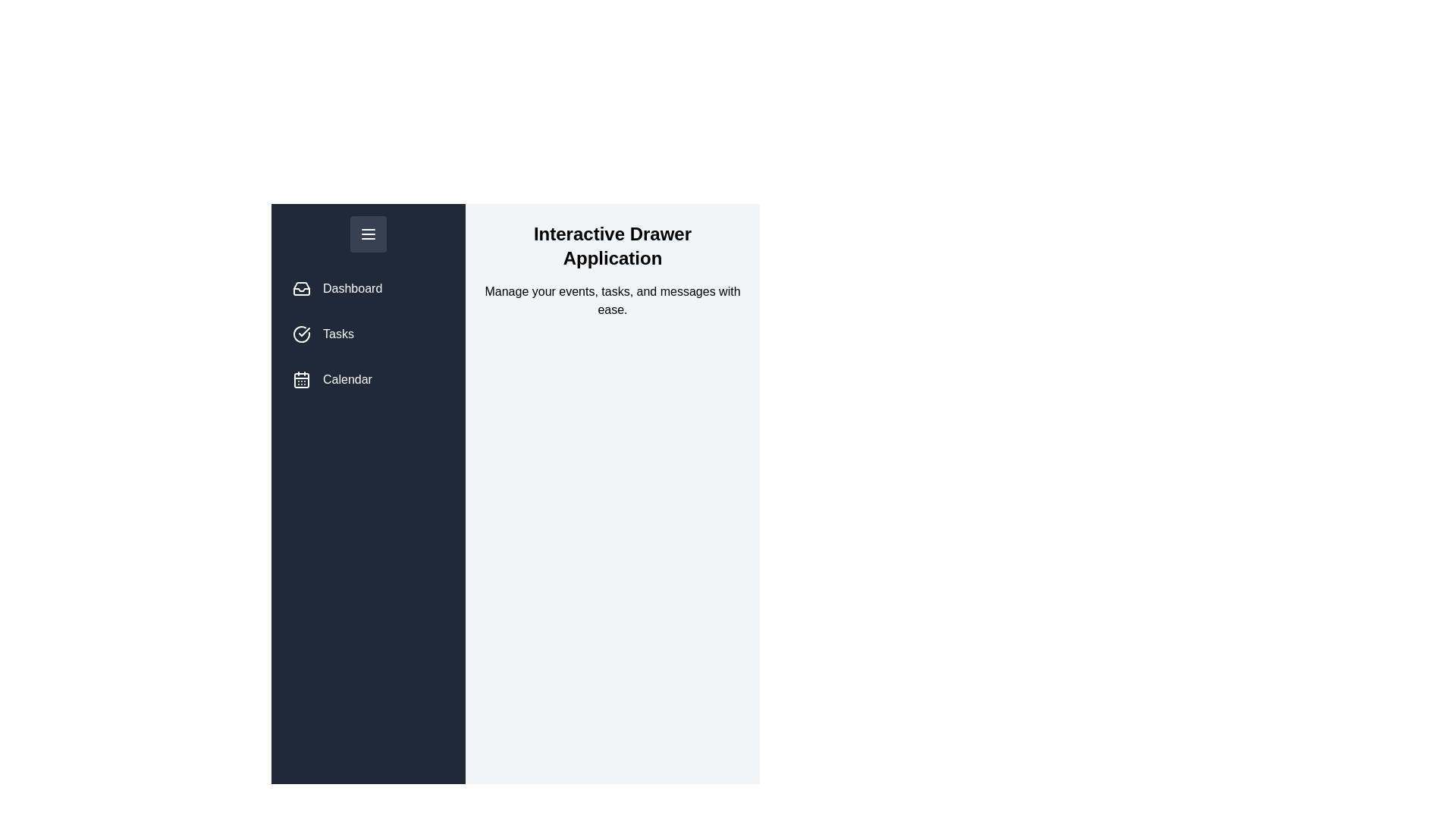  What do you see at coordinates (302, 289) in the screenshot?
I see `the stylized inbox icon located in the sidebar under the 'Dashboard' entry` at bounding box center [302, 289].